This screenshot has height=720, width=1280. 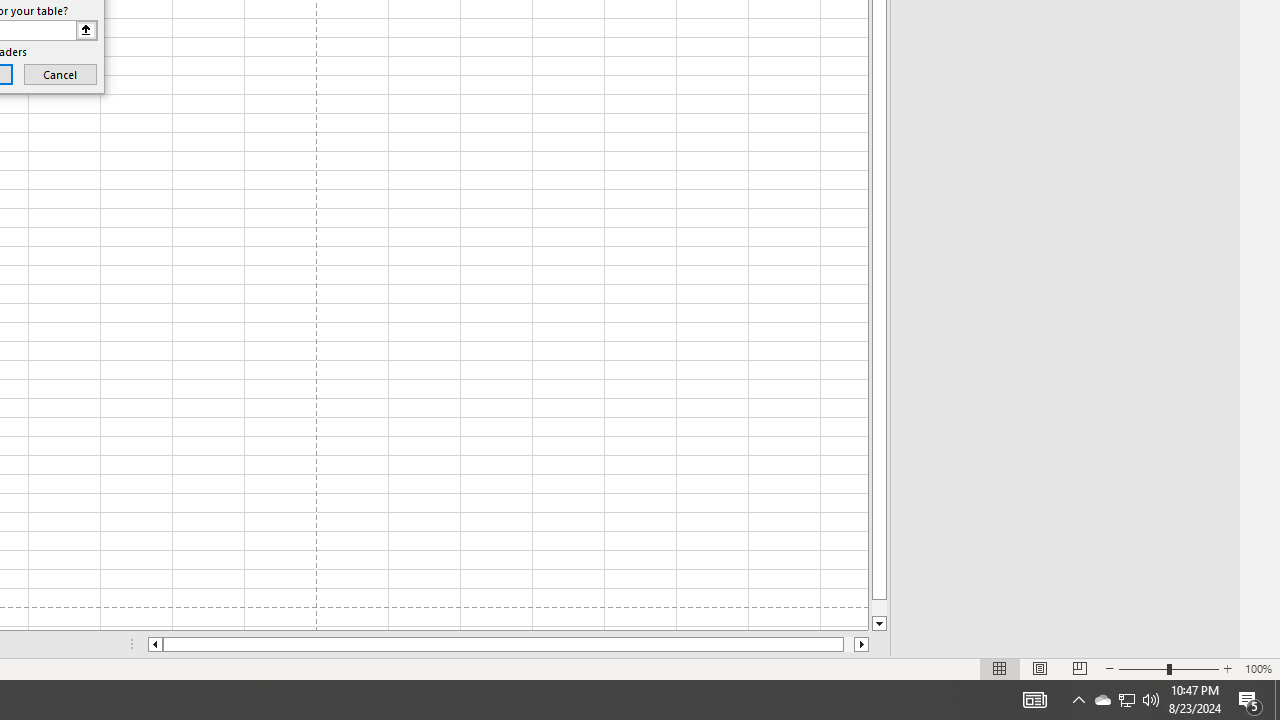 What do you see at coordinates (153, 644) in the screenshot?
I see `'Column left'` at bounding box center [153, 644].